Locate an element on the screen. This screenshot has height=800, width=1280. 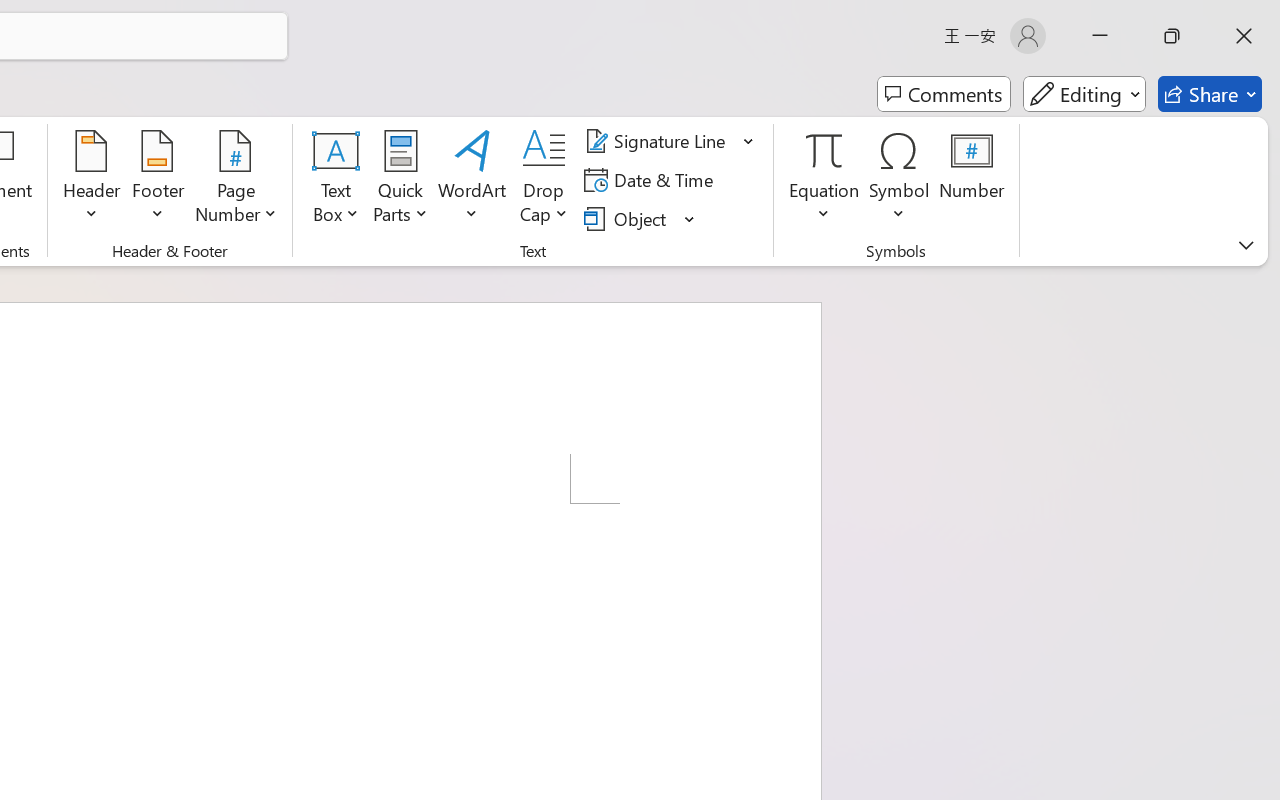
'Signature Line' is located at coordinates (658, 141).